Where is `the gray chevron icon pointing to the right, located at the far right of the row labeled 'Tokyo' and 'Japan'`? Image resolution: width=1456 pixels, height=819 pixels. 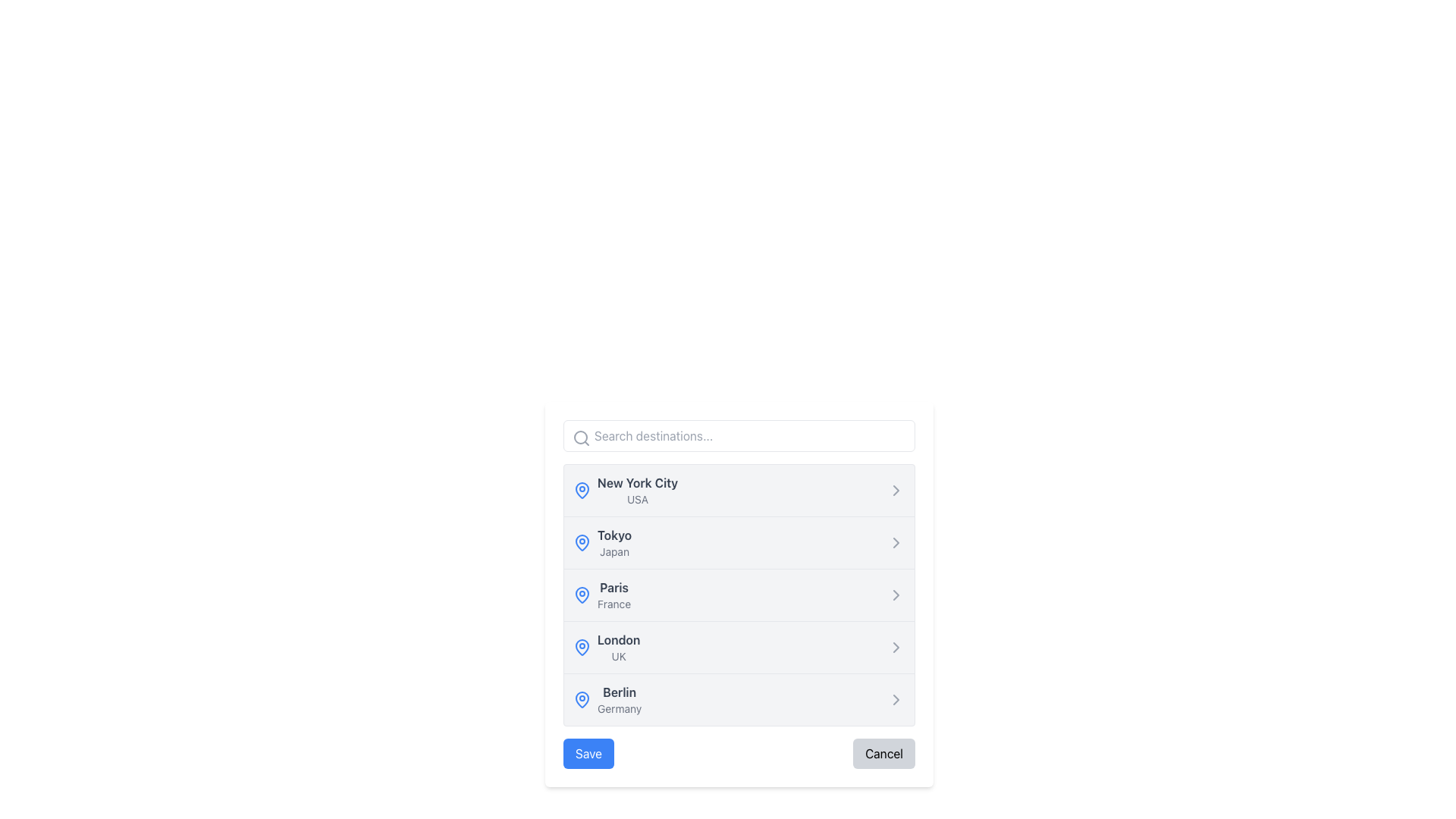 the gray chevron icon pointing to the right, located at the far right of the row labeled 'Tokyo' and 'Japan' is located at coordinates (896, 542).